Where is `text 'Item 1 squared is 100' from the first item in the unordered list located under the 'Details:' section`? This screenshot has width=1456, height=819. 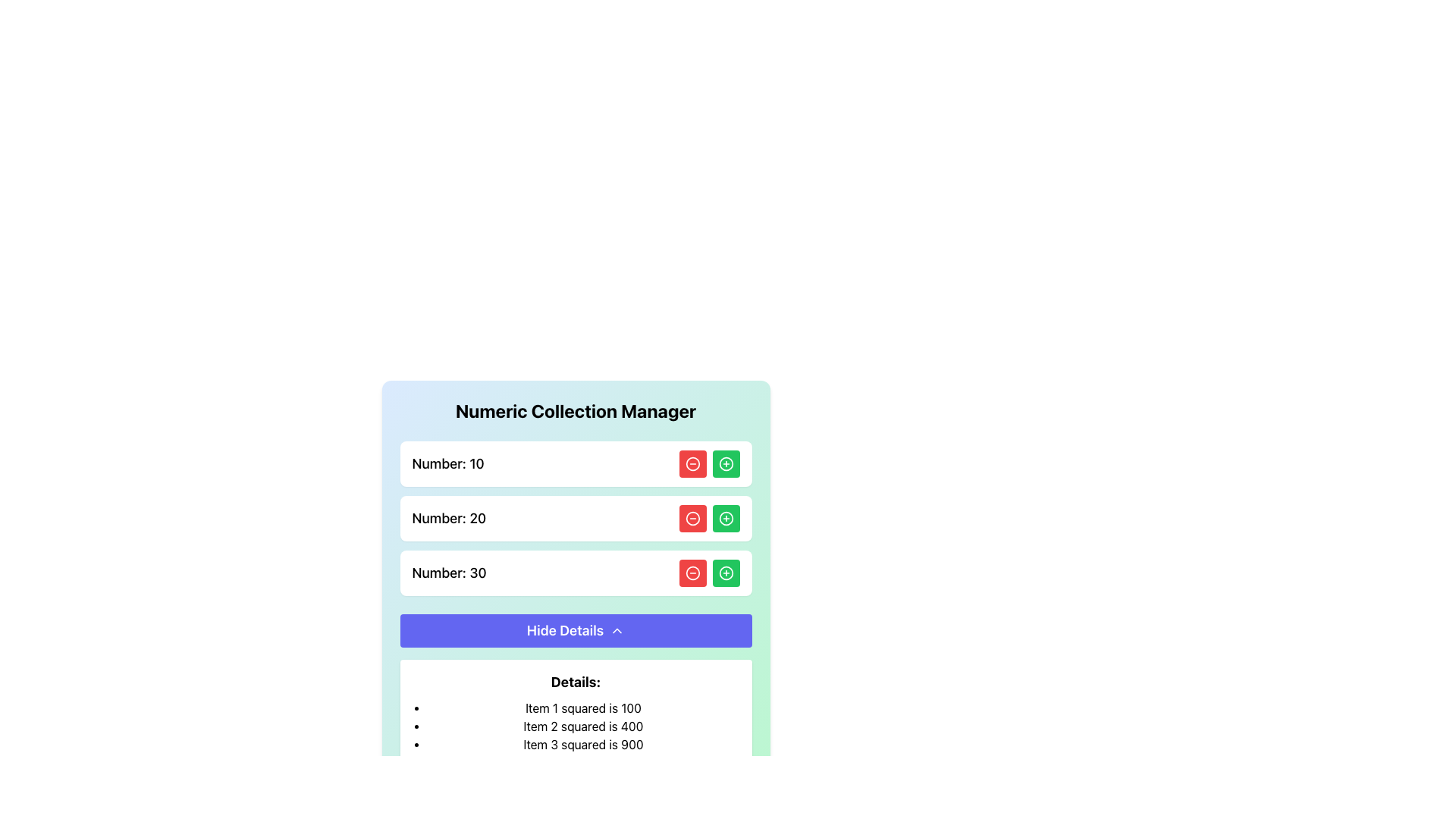
text 'Item 1 squared is 100' from the first item in the unordered list located under the 'Details:' section is located at coordinates (582, 708).